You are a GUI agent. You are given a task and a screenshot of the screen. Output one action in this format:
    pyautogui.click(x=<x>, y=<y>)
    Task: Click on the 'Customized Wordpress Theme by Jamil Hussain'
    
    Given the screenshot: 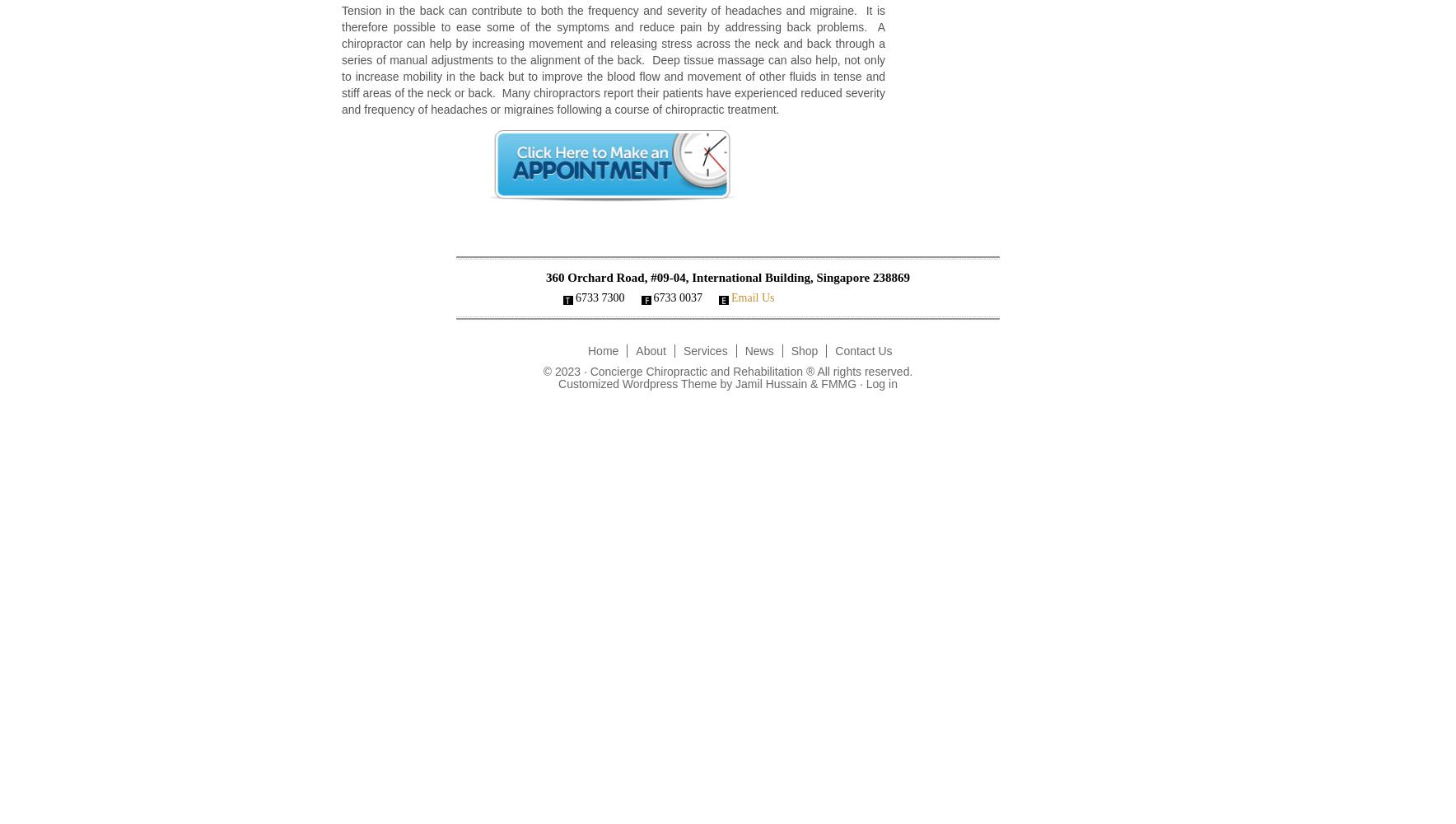 What is the action you would take?
    pyautogui.click(x=684, y=383)
    